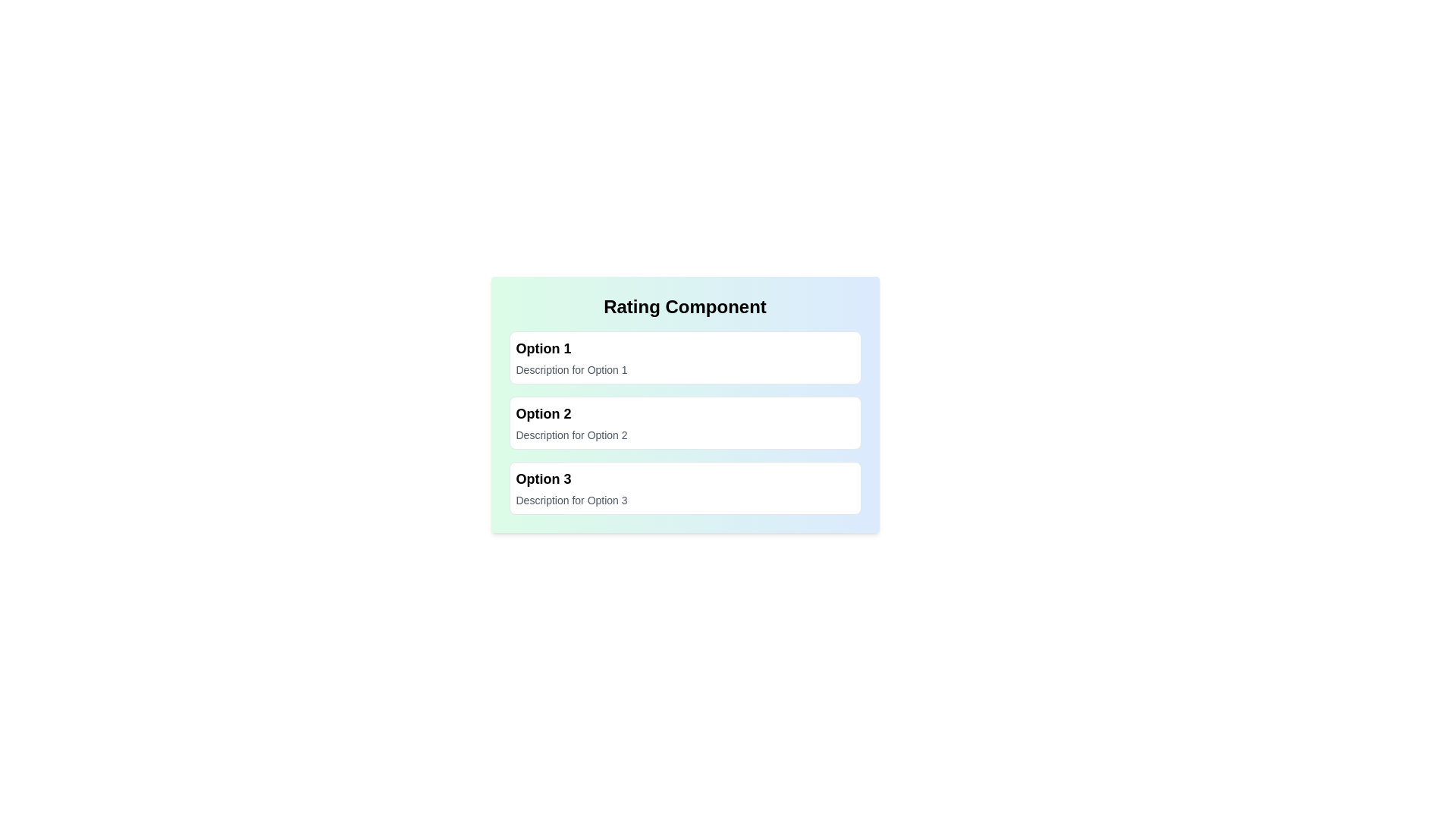  What do you see at coordinates (684, 357) in the screenshot?
I see `the first selectable option in the vertically stacked list` at bounding box center [684, 357].